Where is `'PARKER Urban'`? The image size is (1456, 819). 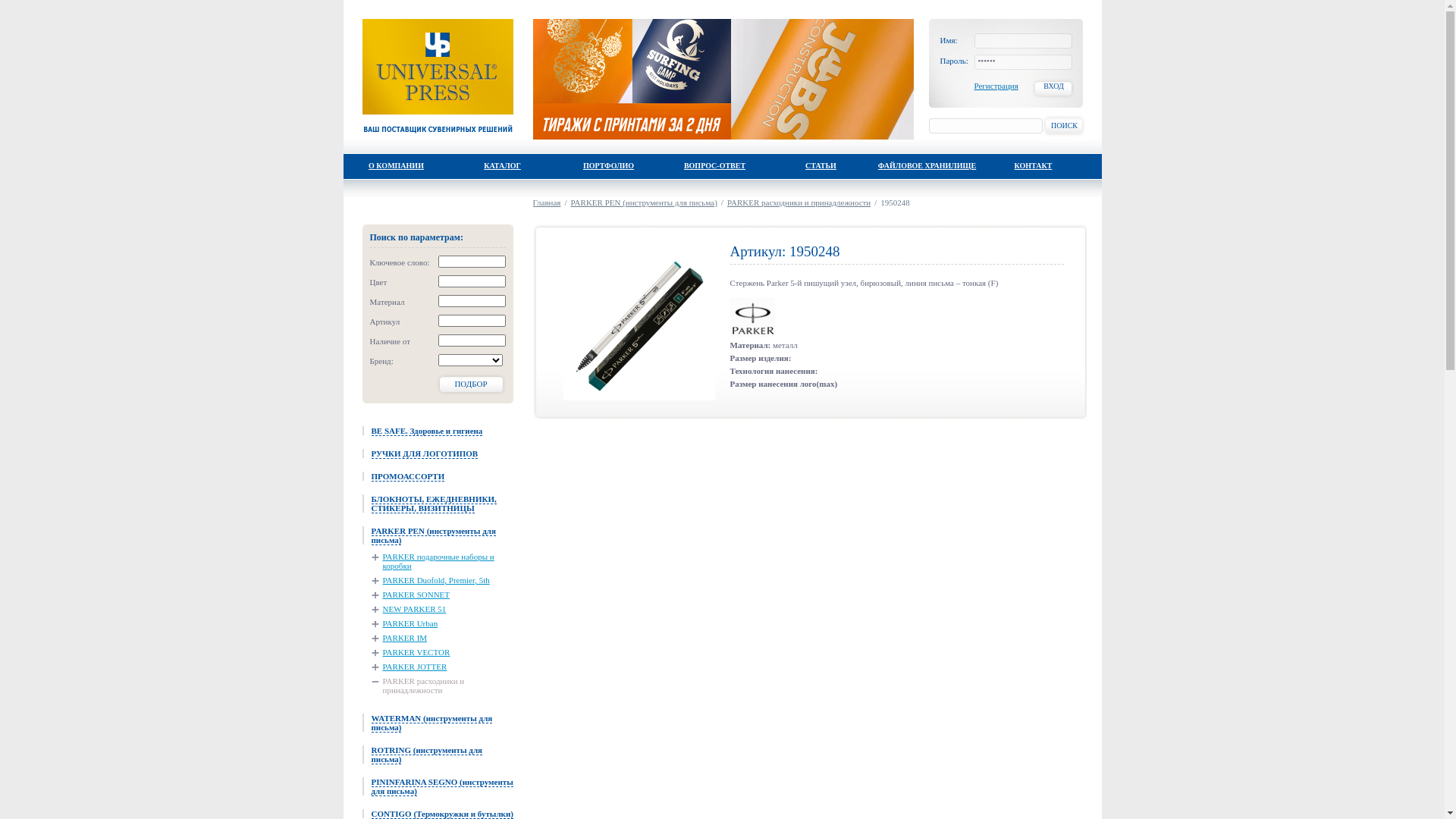
'PARKER Urban' is located at coordinates (404, 623).